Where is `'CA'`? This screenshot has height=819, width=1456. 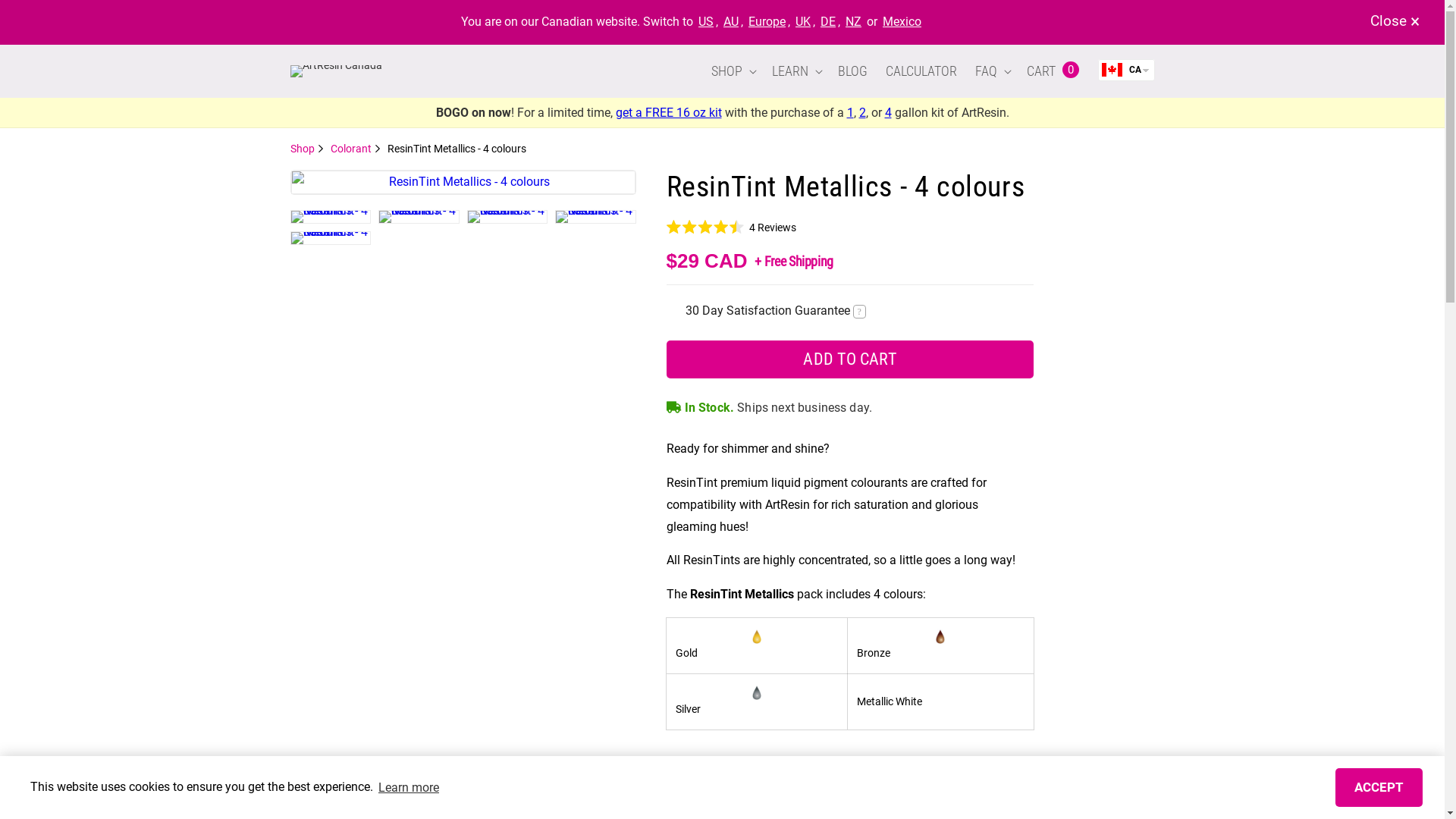
'CA' is located at coordinates (1098, 70).